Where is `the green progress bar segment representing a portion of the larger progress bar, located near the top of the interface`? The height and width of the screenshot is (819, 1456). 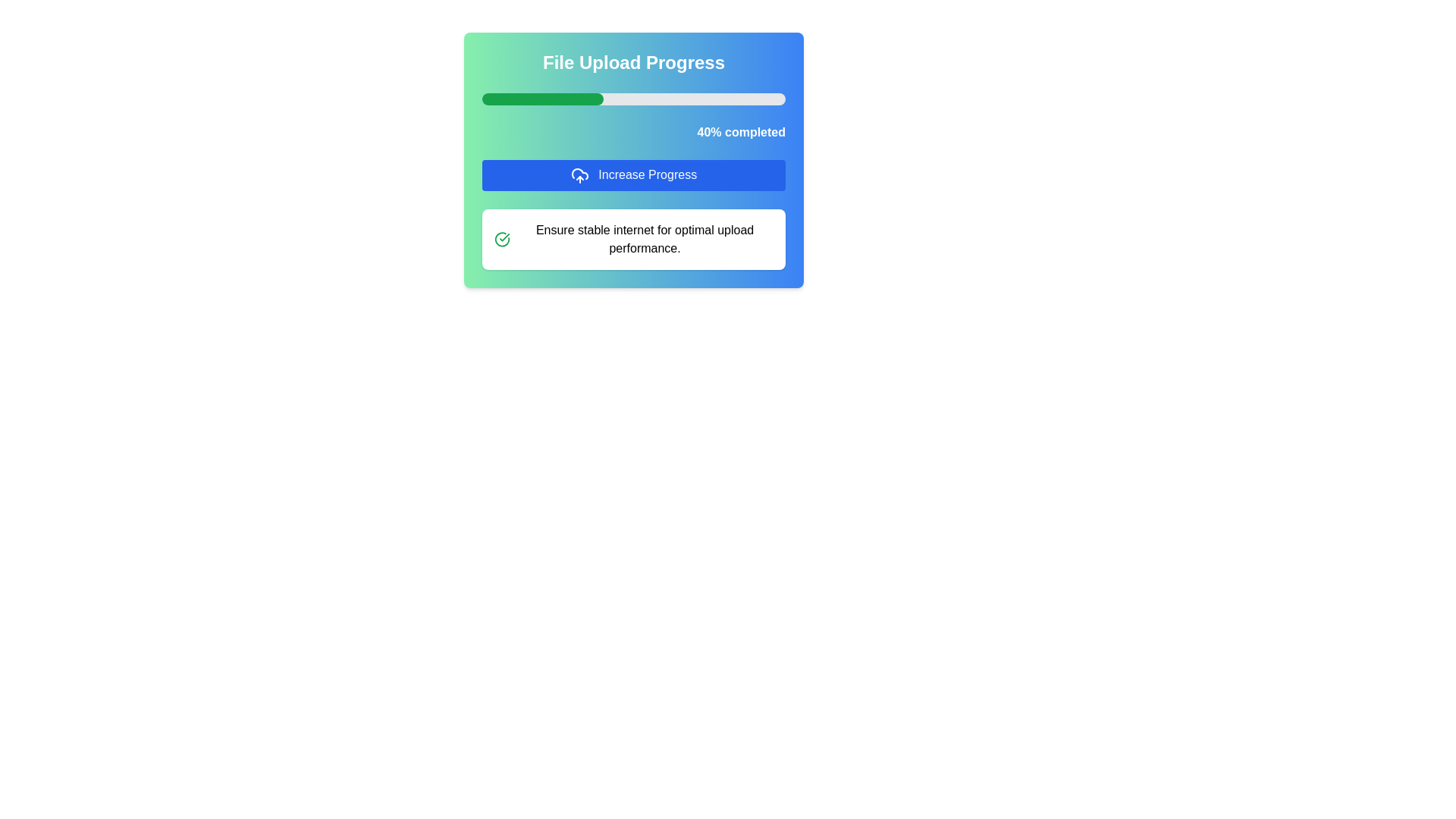 the green progress bar segment representing a portion of the larger progress bar, located near the top of the interface is located at coordinates (542, 99).